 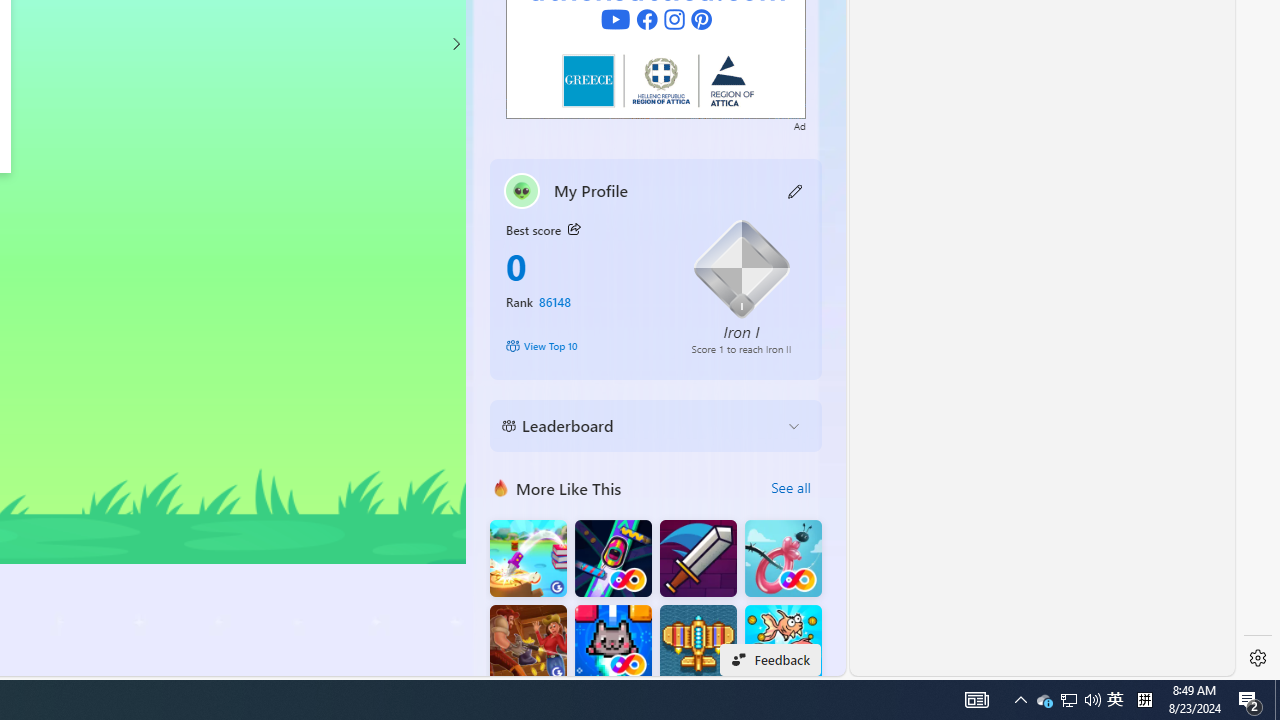 I want to click on 'Leaderboard', so click(x=640, y=424).